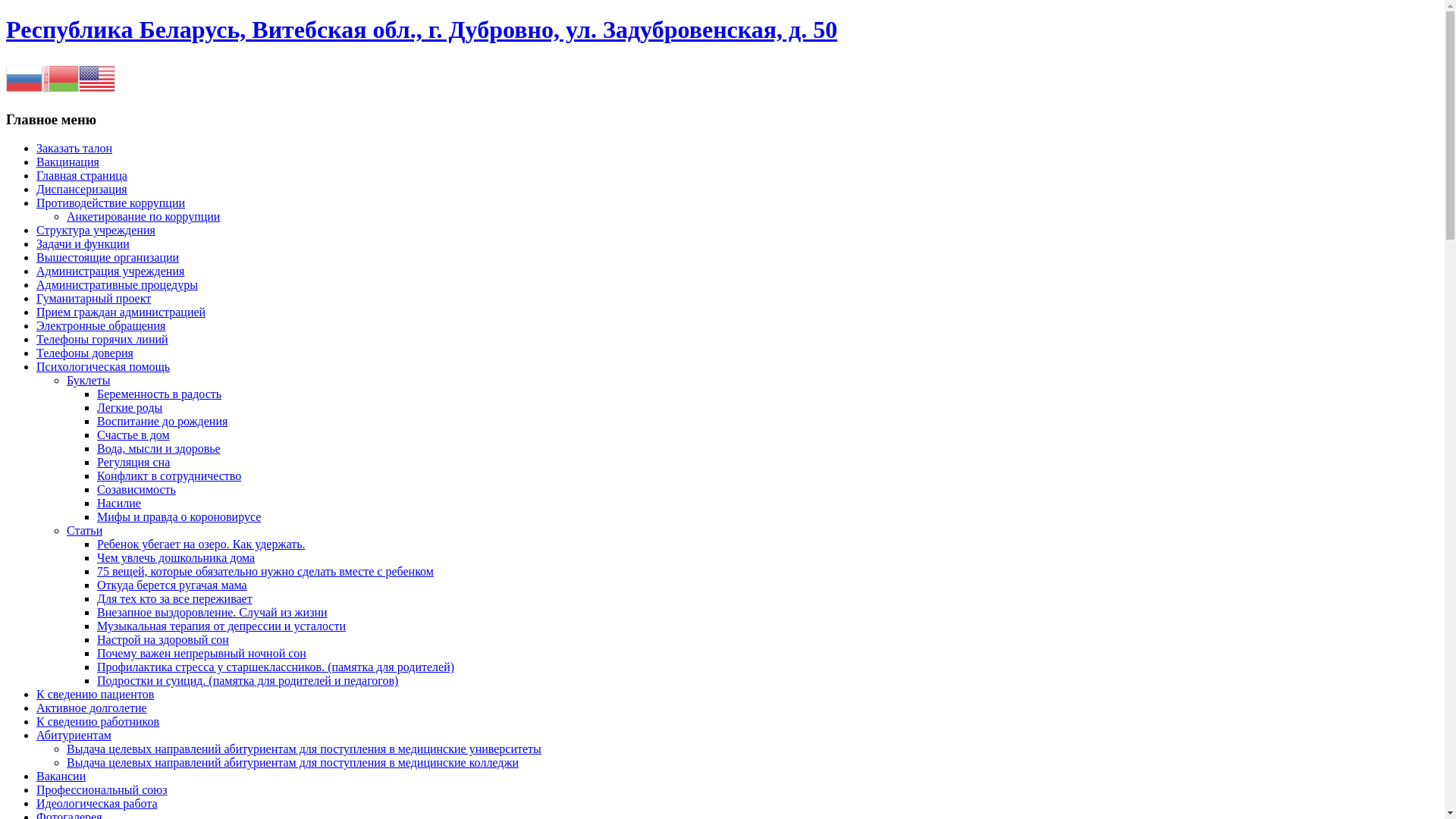 This screenshot has width=1456, height=819. Describe the element at coordinates (96, 77) in the screenshot. I see `'English'` at that location.